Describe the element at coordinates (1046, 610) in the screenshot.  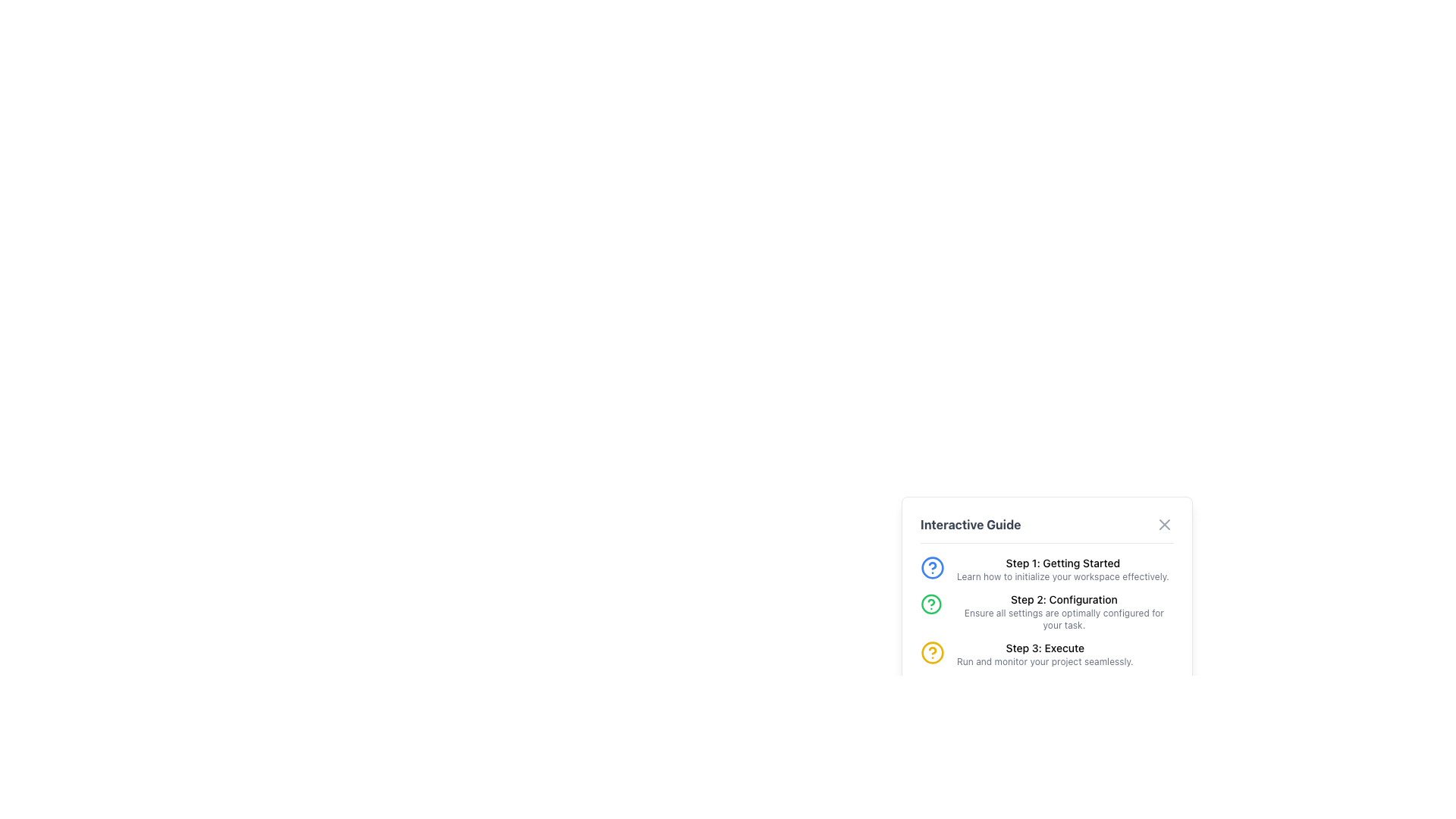
I see `the Informative Section titled 'Step 2: Configuration' which contains a description about optimal settings and a green question mark icon` at that location.